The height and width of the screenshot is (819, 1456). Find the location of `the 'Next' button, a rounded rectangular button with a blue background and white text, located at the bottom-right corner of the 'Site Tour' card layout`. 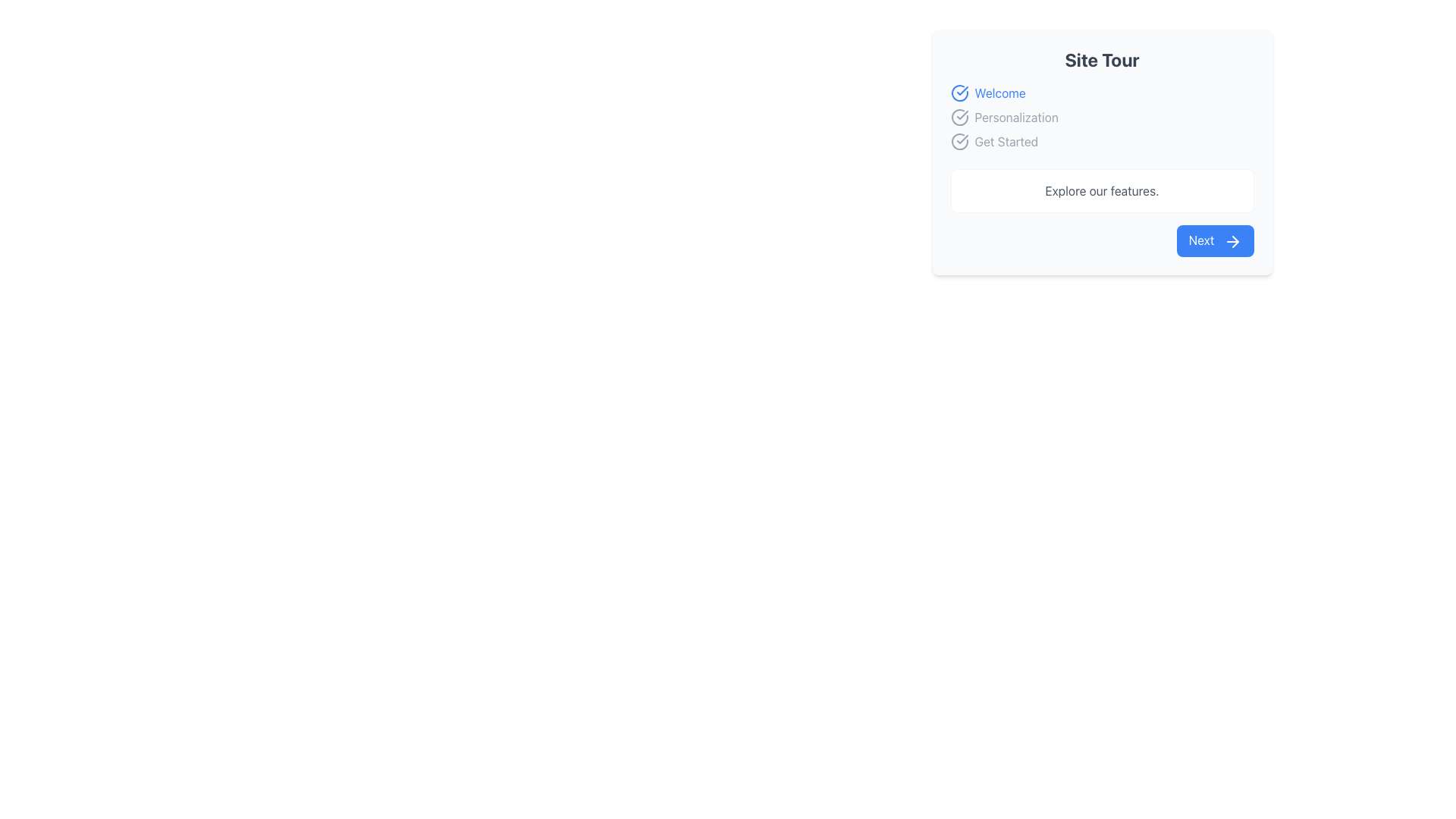

the 'Next' button, a rounded rectangular button with a blue background and white text, located at the bottom-right corner of the 'Site Tour' card layout is located at coordinates (1215, 240).